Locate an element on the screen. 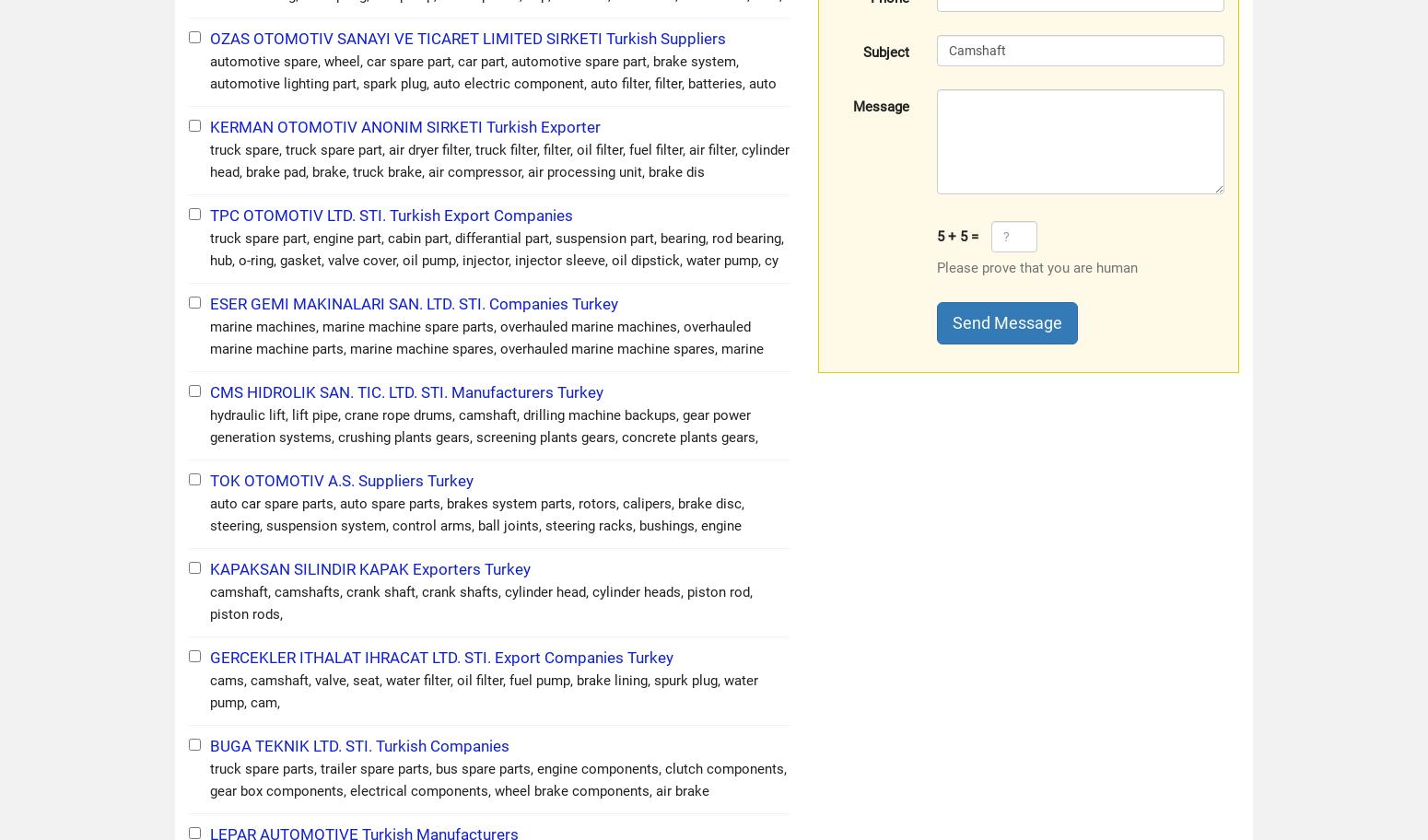 The image size is (1428, 840). 'marine machines, marine machine spare parts, overhauled marine machines, overhauled marine machine parts, marine machine spares, overhauled marine machine spares, marine main engines, marine main engi' is located at coordinates (486, 347).